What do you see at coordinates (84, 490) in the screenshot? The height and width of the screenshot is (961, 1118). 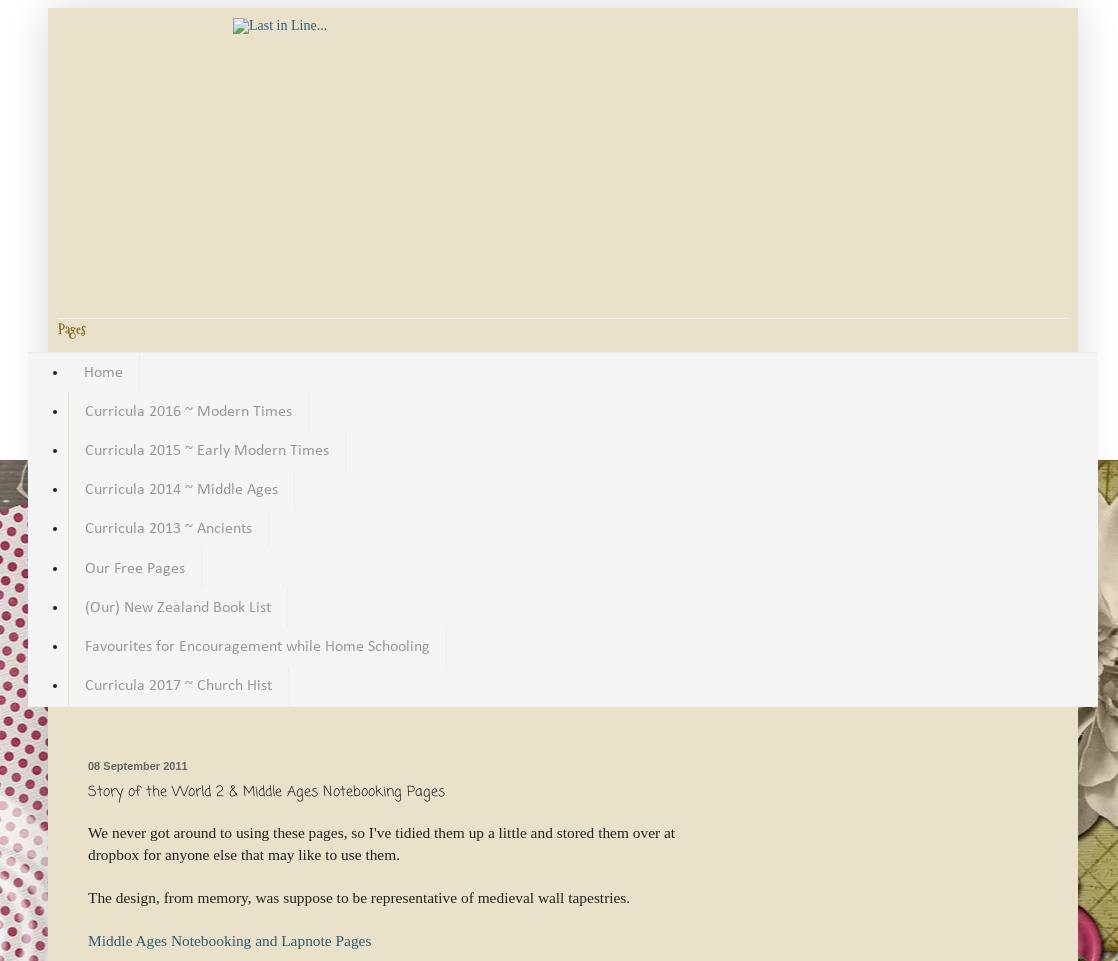 I see `'Curricula 2014 ~ Middle Ages'` at bounding box center [84, 490].